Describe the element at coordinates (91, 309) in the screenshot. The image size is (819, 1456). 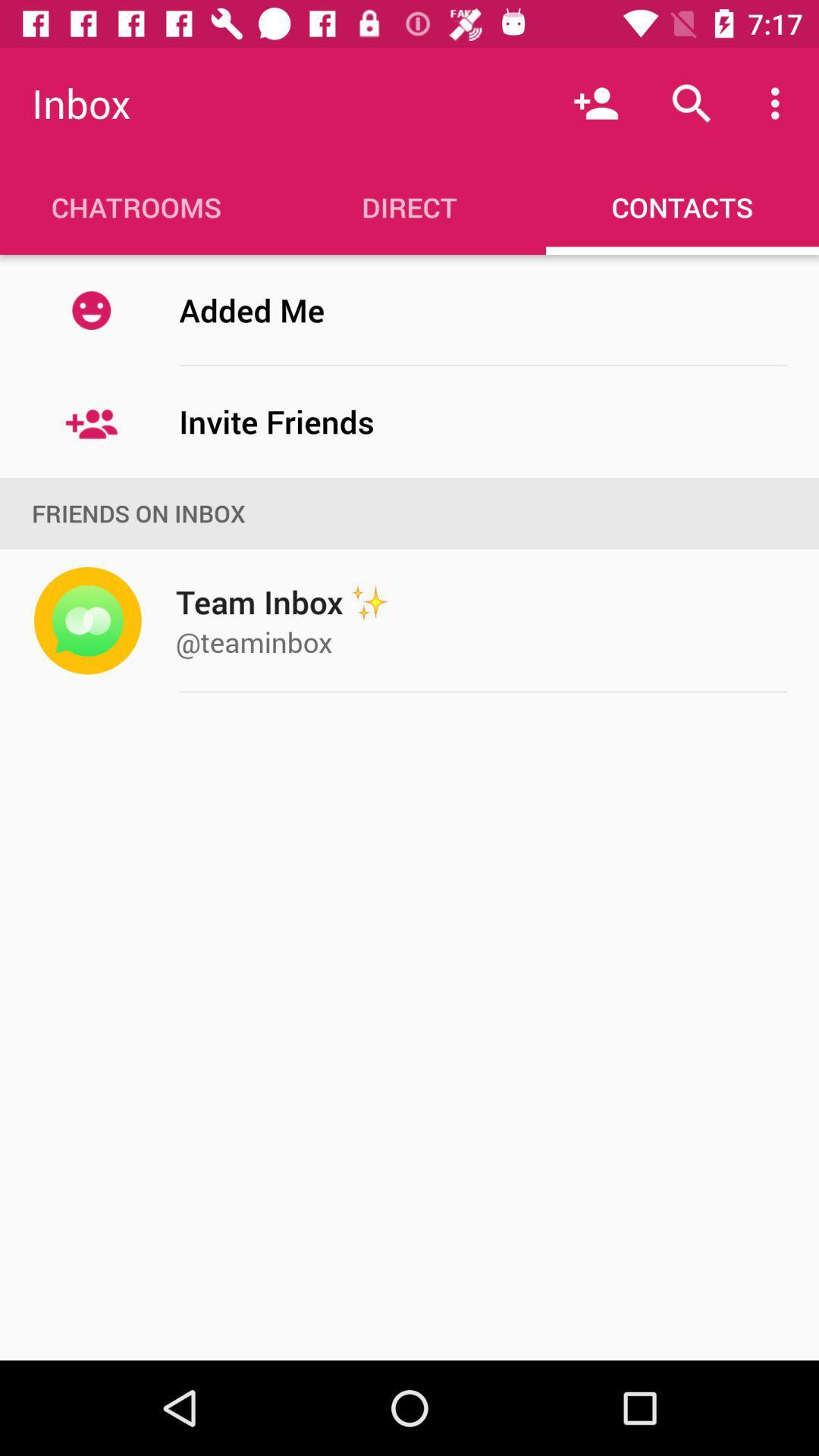
I see `the smiley icon` at that location.